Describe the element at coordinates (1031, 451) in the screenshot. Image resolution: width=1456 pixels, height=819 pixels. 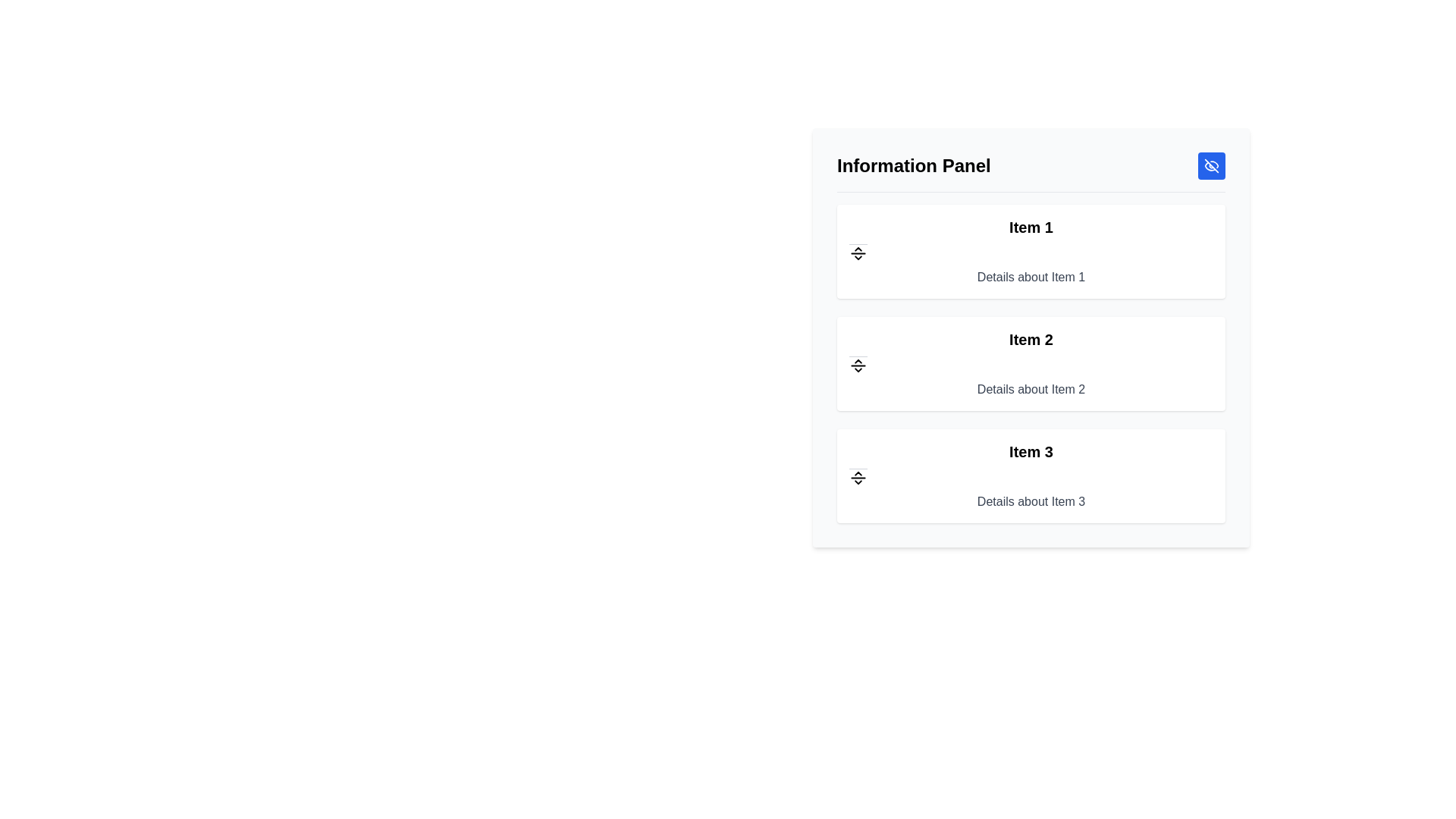
I see `the Text Label that identifies this section as 'Item 3', located at the top of the third card section` at that location.